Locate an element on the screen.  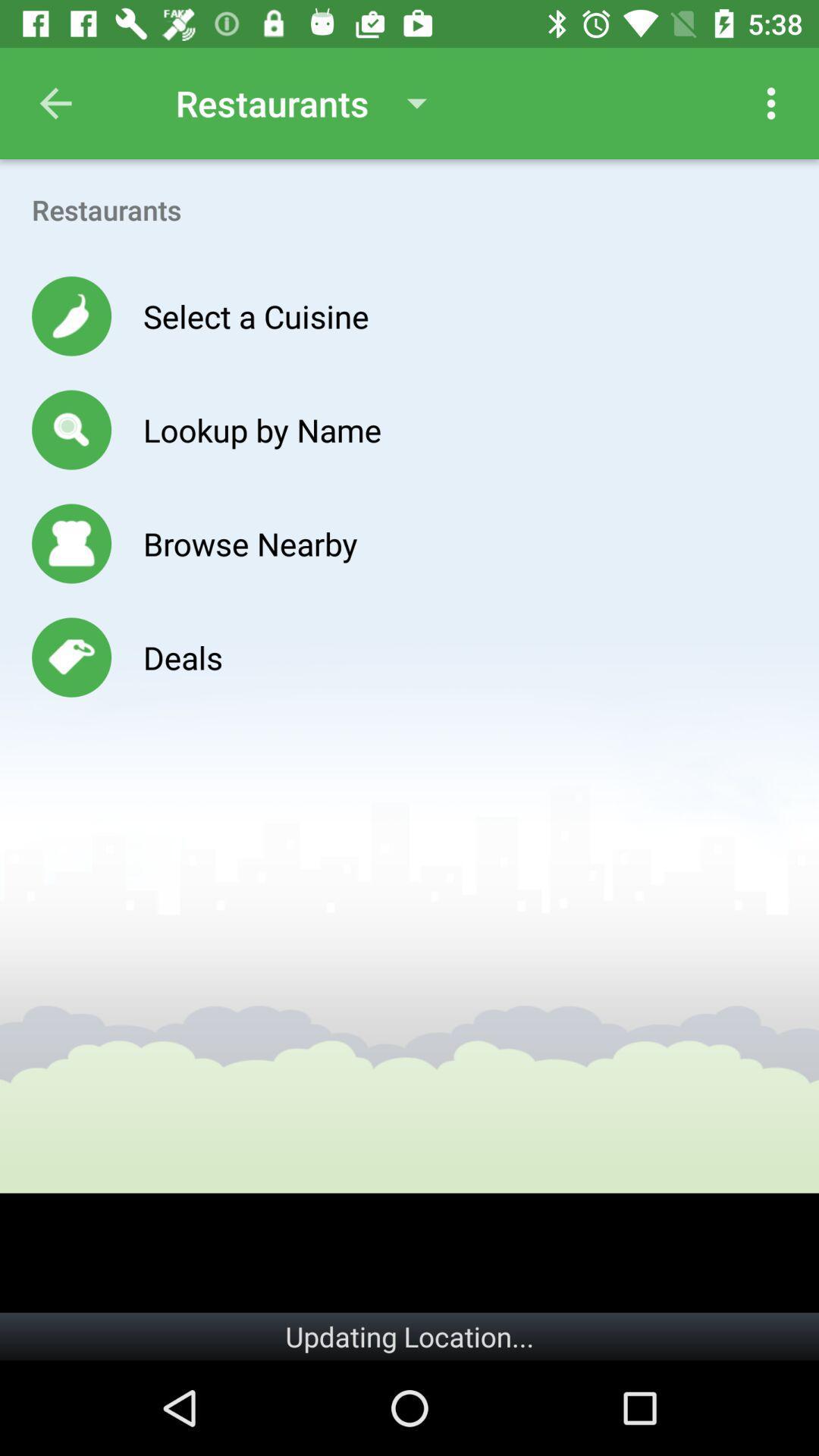
item next to the restaurants is located at coordinates (771, 102).